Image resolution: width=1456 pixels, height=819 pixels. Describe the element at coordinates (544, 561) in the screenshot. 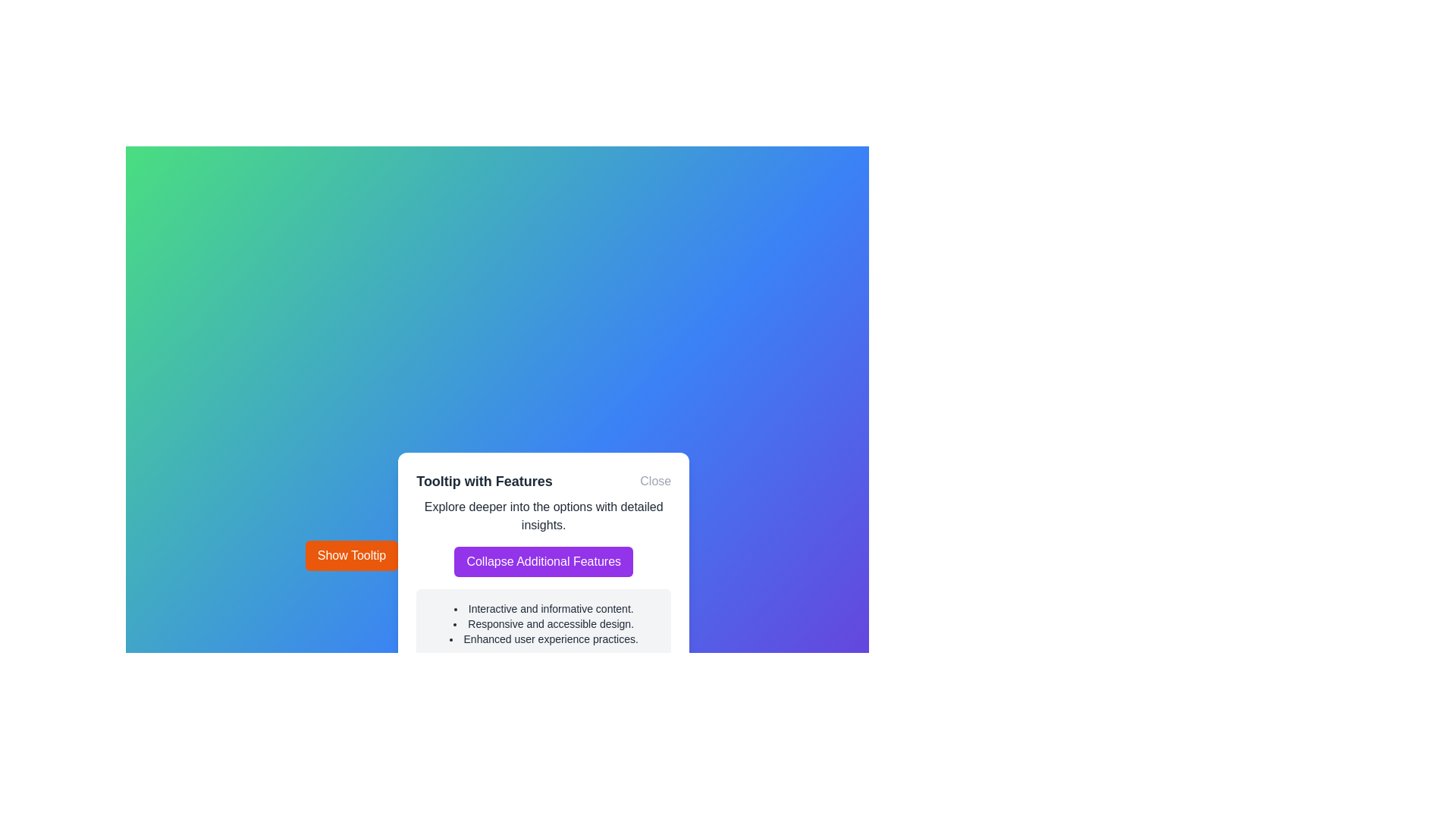

I see `the button with a purple background and white text saying 'Collapse Additional Features'` at that location.